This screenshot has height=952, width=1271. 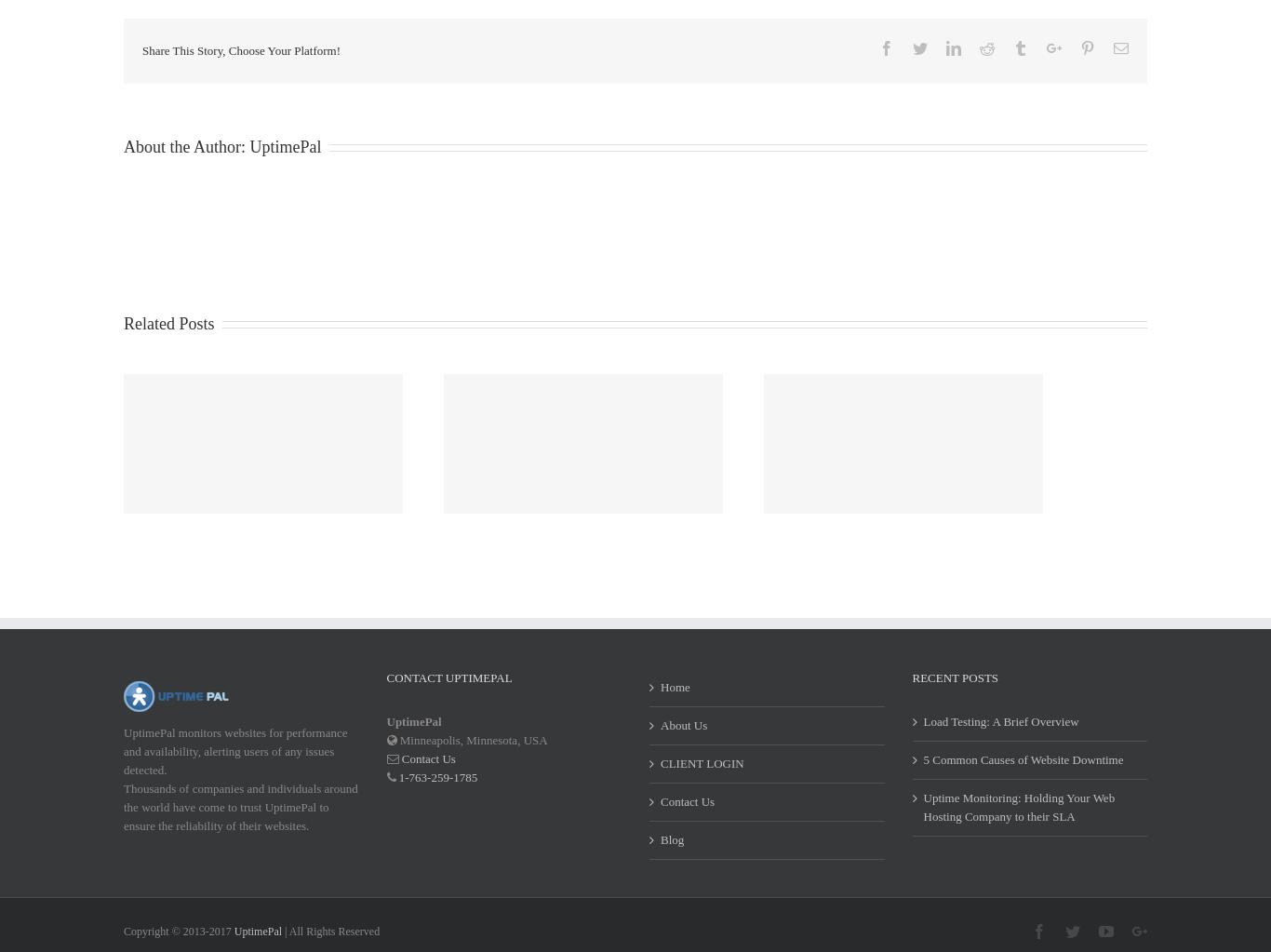 I want to click on 'UptimePal monitors websites for performance and availability, alerting users of any issues detected.', so click(x=234, y=773).